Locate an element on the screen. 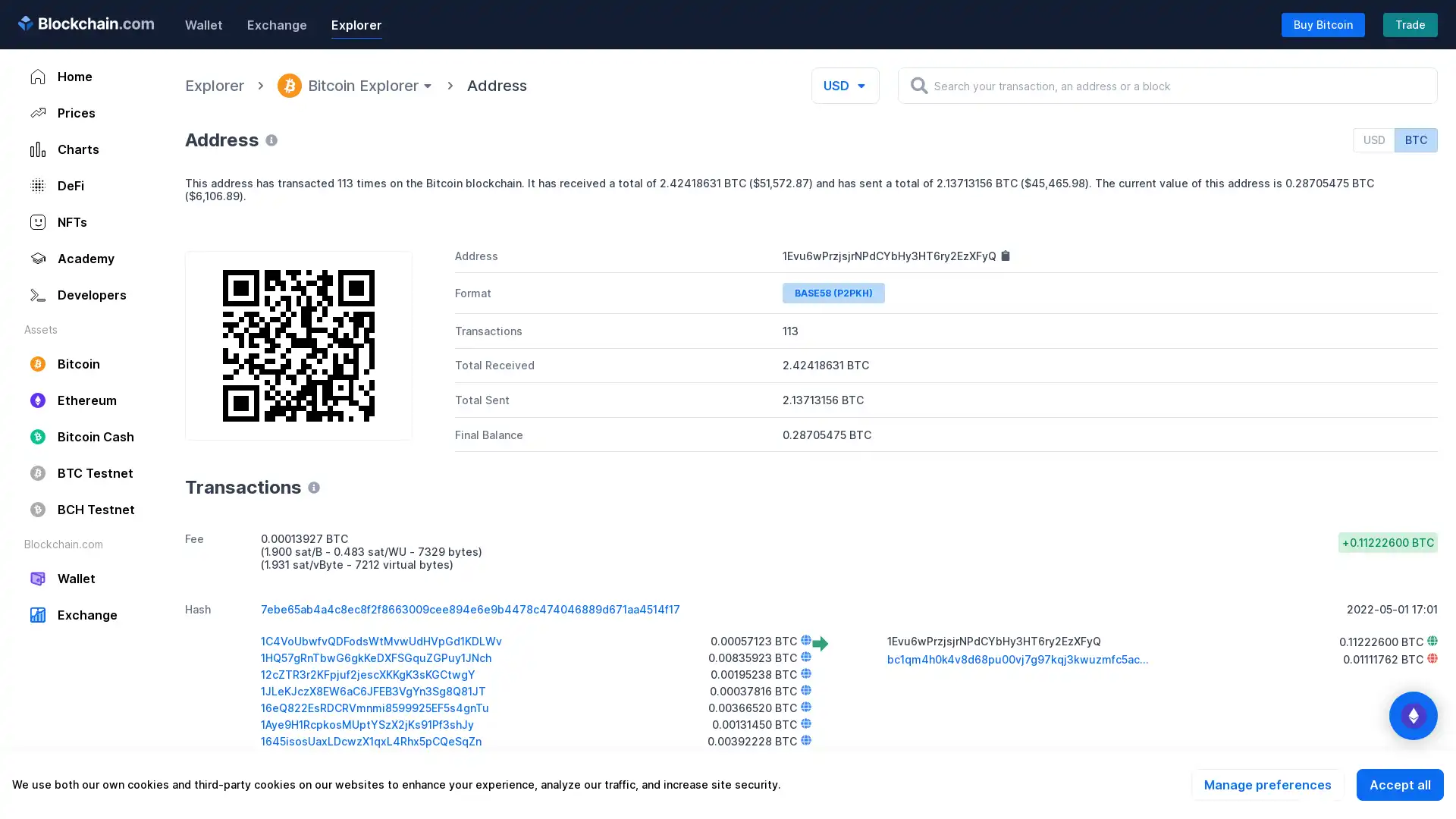  Trade is located at coordinates (1410, 24).